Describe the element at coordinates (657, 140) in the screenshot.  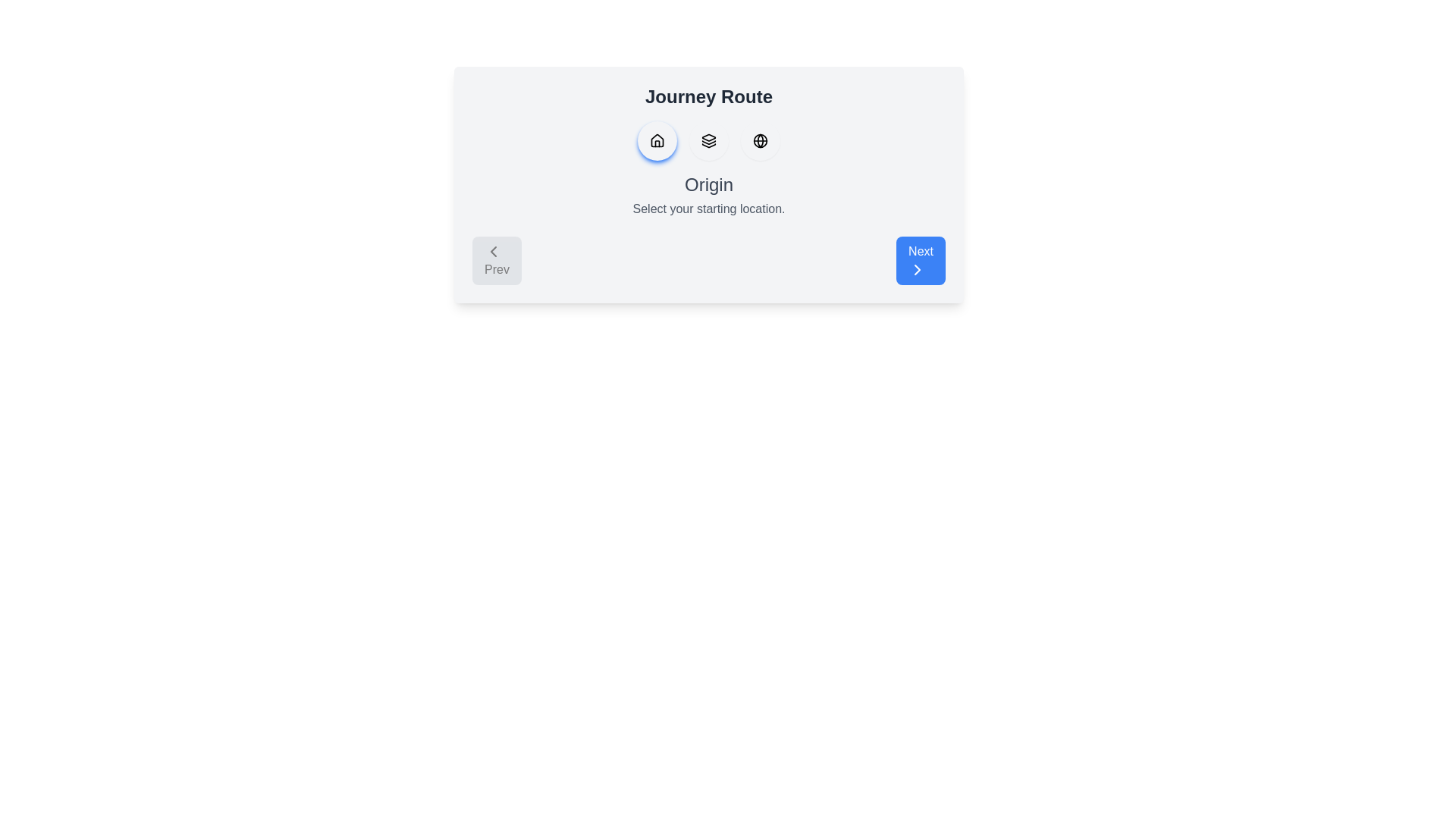
I see `the 'Home' Icon button located beneath the 'Journey Route' heading` at that location.